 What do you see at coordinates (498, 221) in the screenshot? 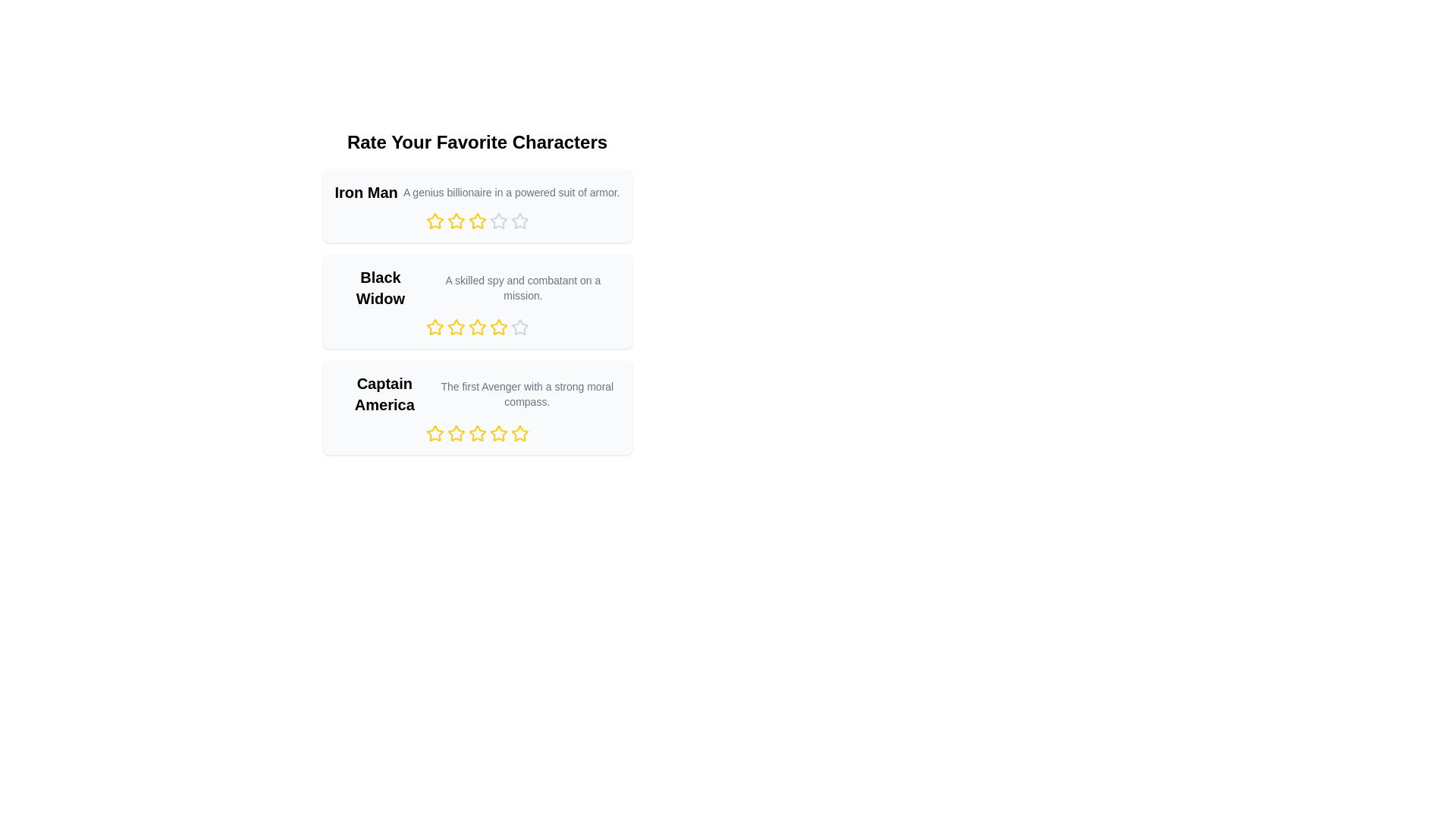
I see `the fourth star icon in the rating section for 'Iron Man' to set the rating` at bounding box center [498, 221].